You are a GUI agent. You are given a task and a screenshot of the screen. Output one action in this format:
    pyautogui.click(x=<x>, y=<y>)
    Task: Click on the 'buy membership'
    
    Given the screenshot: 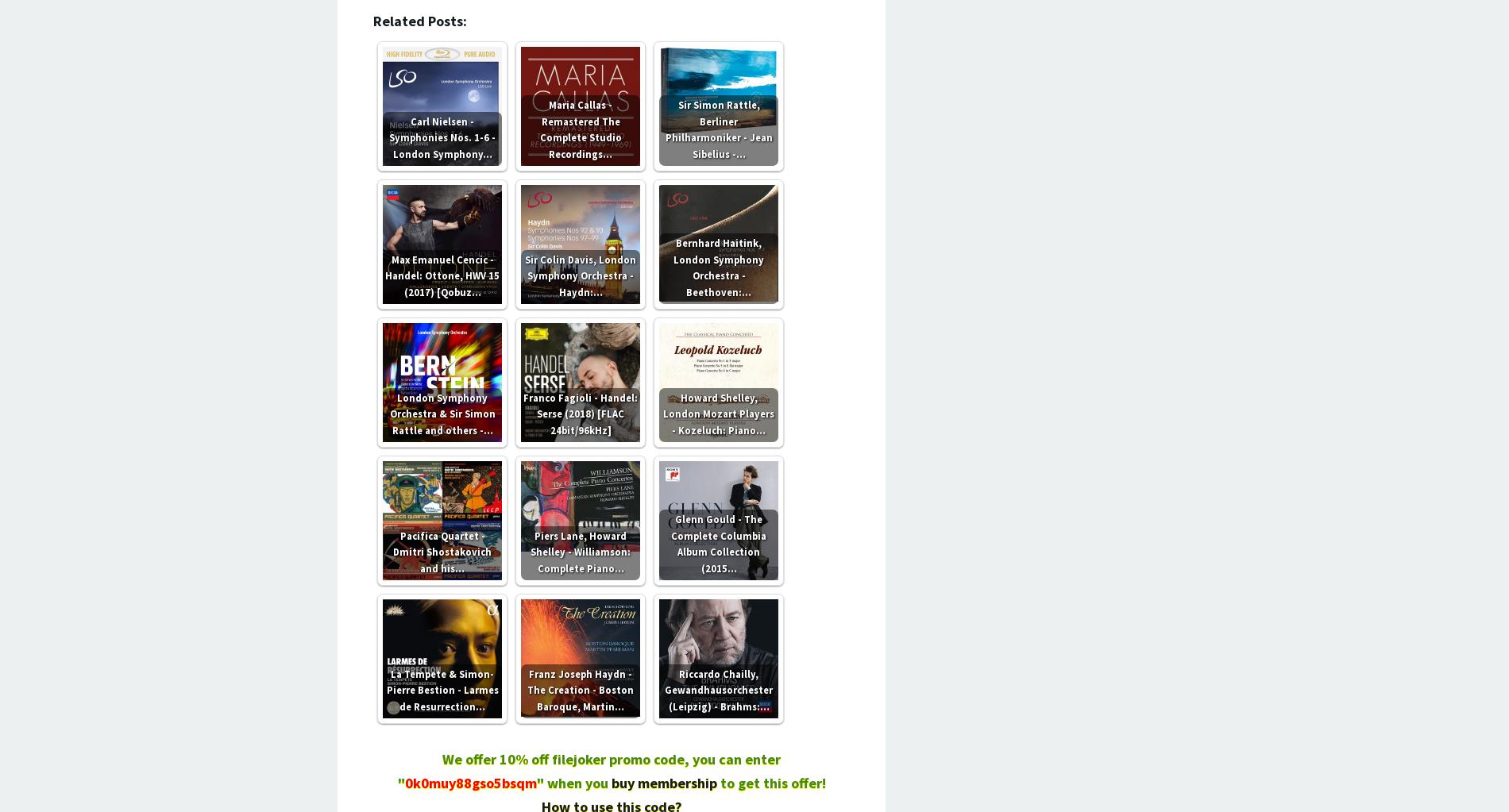 What is the action you would take?
    pyautogui.click(x=609, y=781)
    